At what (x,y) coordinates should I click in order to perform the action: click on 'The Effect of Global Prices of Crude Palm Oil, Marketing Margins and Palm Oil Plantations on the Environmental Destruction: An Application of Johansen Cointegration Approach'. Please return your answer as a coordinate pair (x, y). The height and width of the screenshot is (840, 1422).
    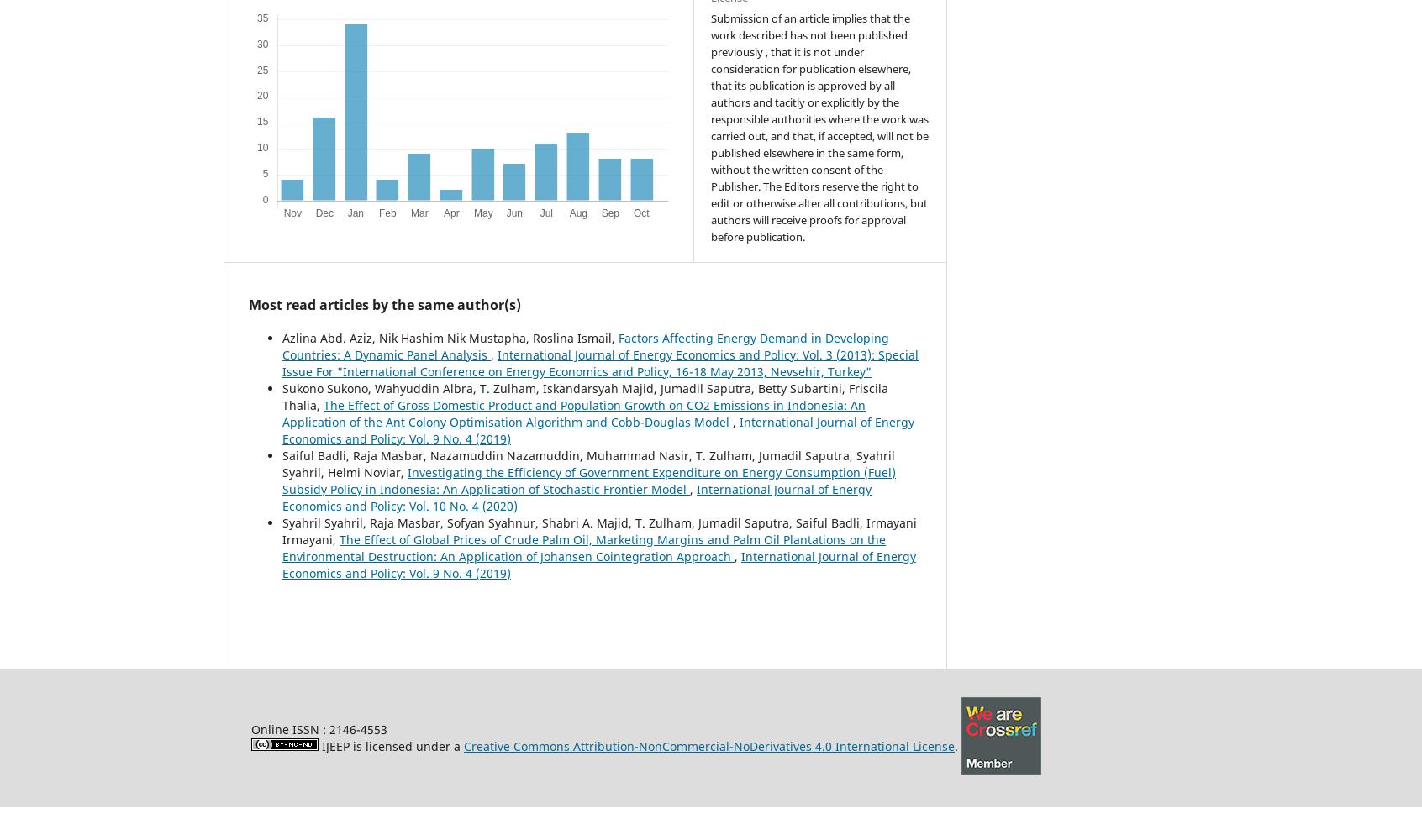
    Looking at the image, I should click on (584, 548).